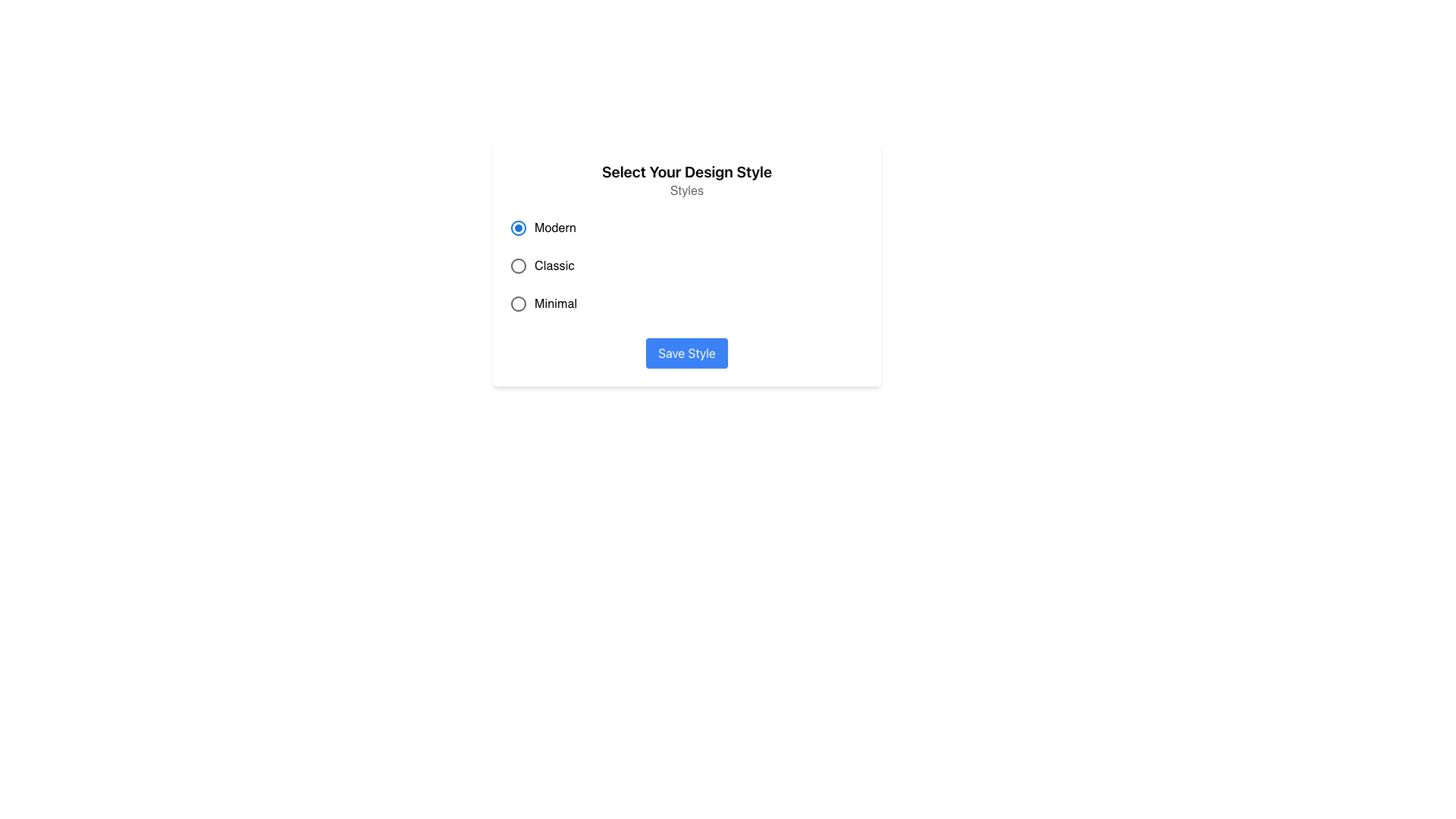 This screenshot has height=819, width=1456. I want to click on the blue 'Save Style' button with white text, so click(686, 353).